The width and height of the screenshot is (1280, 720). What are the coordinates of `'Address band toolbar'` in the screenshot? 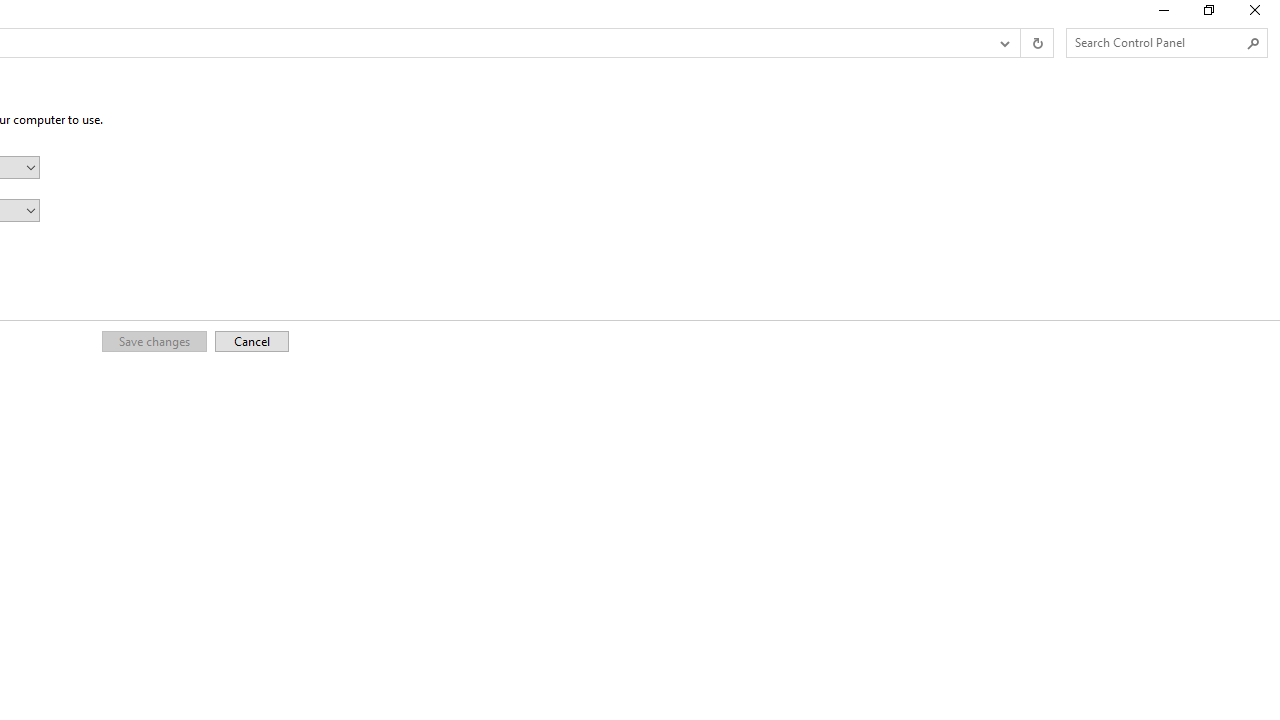 It's located at (1020, 43).